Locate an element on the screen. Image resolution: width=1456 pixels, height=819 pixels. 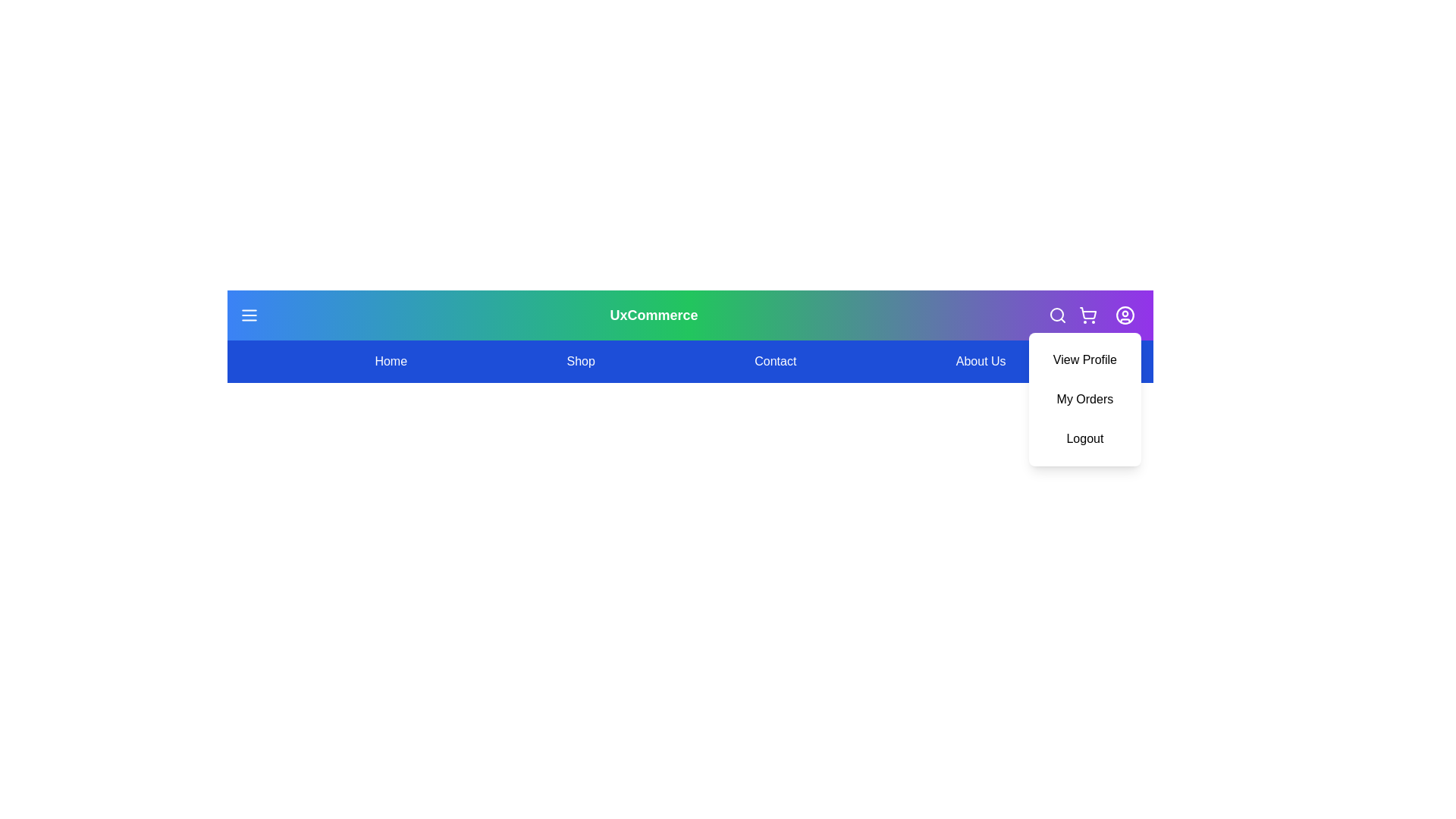
the menu item Shop to navigate to the corresponding section is located at coordinates (580, 362).